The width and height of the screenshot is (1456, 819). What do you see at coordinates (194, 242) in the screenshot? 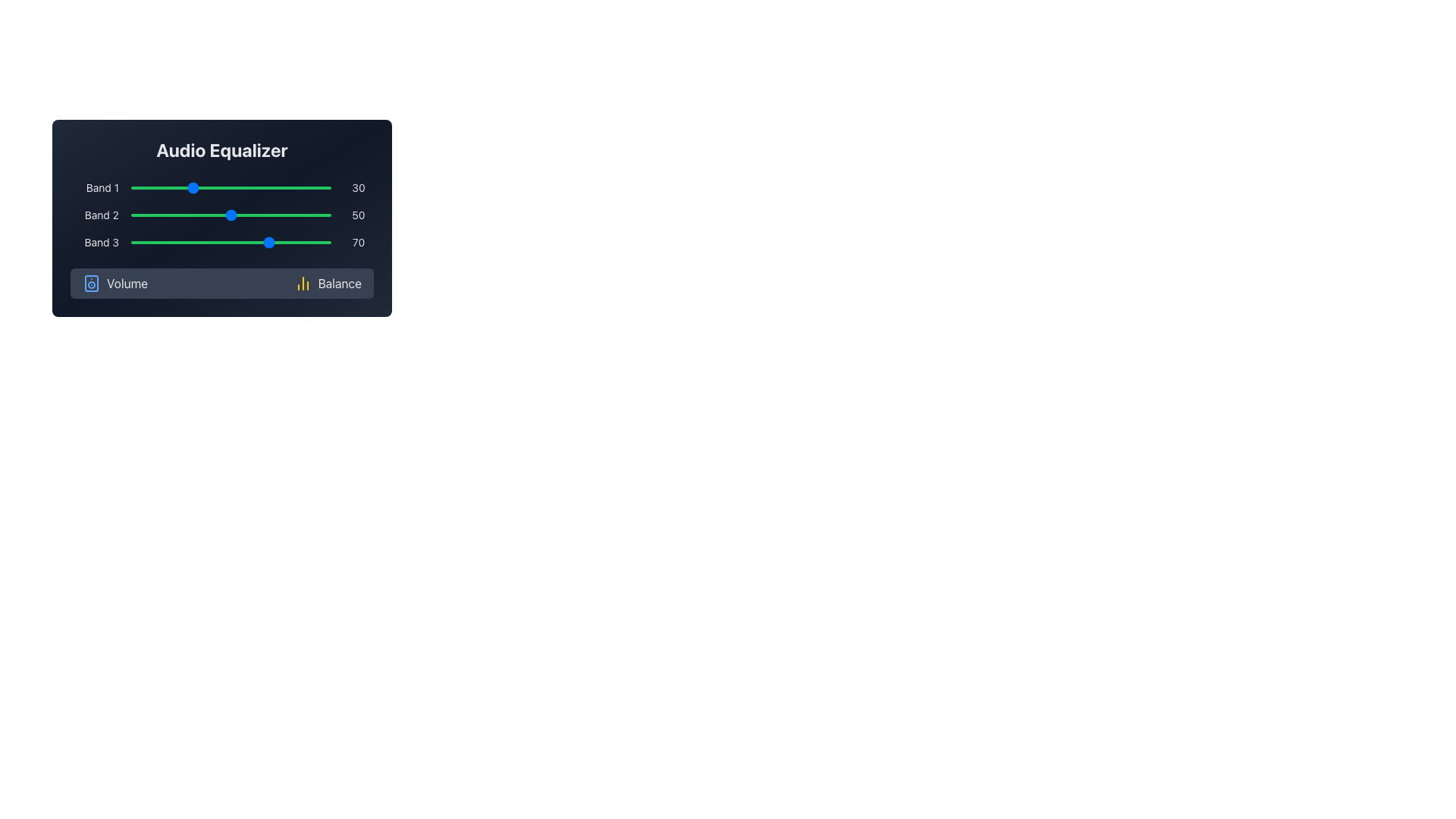
I see `Band 3` at bounding box center [194, 242].